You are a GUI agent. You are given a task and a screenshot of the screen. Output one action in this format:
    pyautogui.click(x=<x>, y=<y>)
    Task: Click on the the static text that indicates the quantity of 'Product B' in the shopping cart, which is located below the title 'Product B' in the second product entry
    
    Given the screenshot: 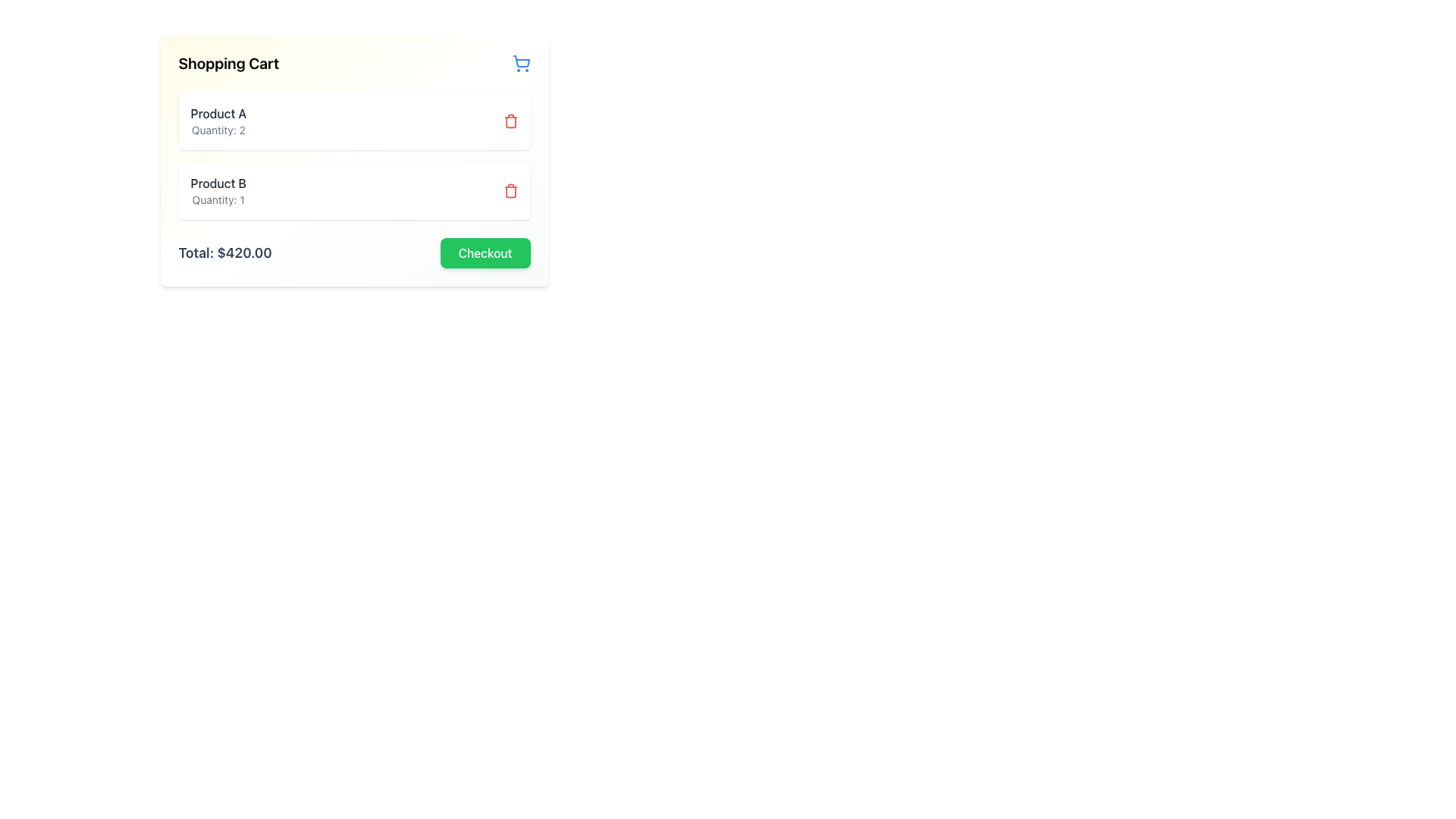 What is the action you would take?
    pyautogui.click(x=218, y=199)
    